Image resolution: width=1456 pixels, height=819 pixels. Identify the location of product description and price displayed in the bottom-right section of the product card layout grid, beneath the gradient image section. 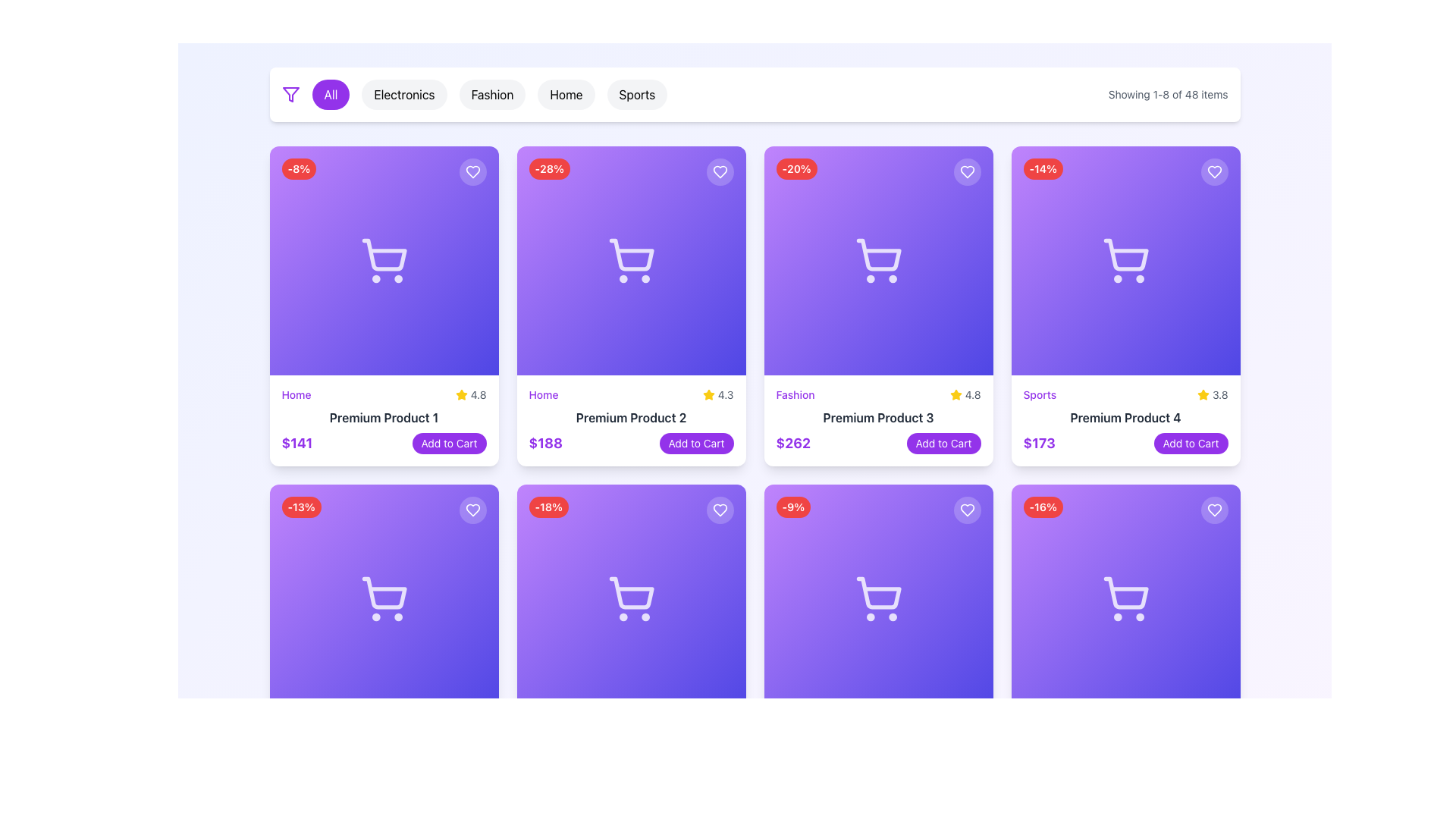
(384, 759).